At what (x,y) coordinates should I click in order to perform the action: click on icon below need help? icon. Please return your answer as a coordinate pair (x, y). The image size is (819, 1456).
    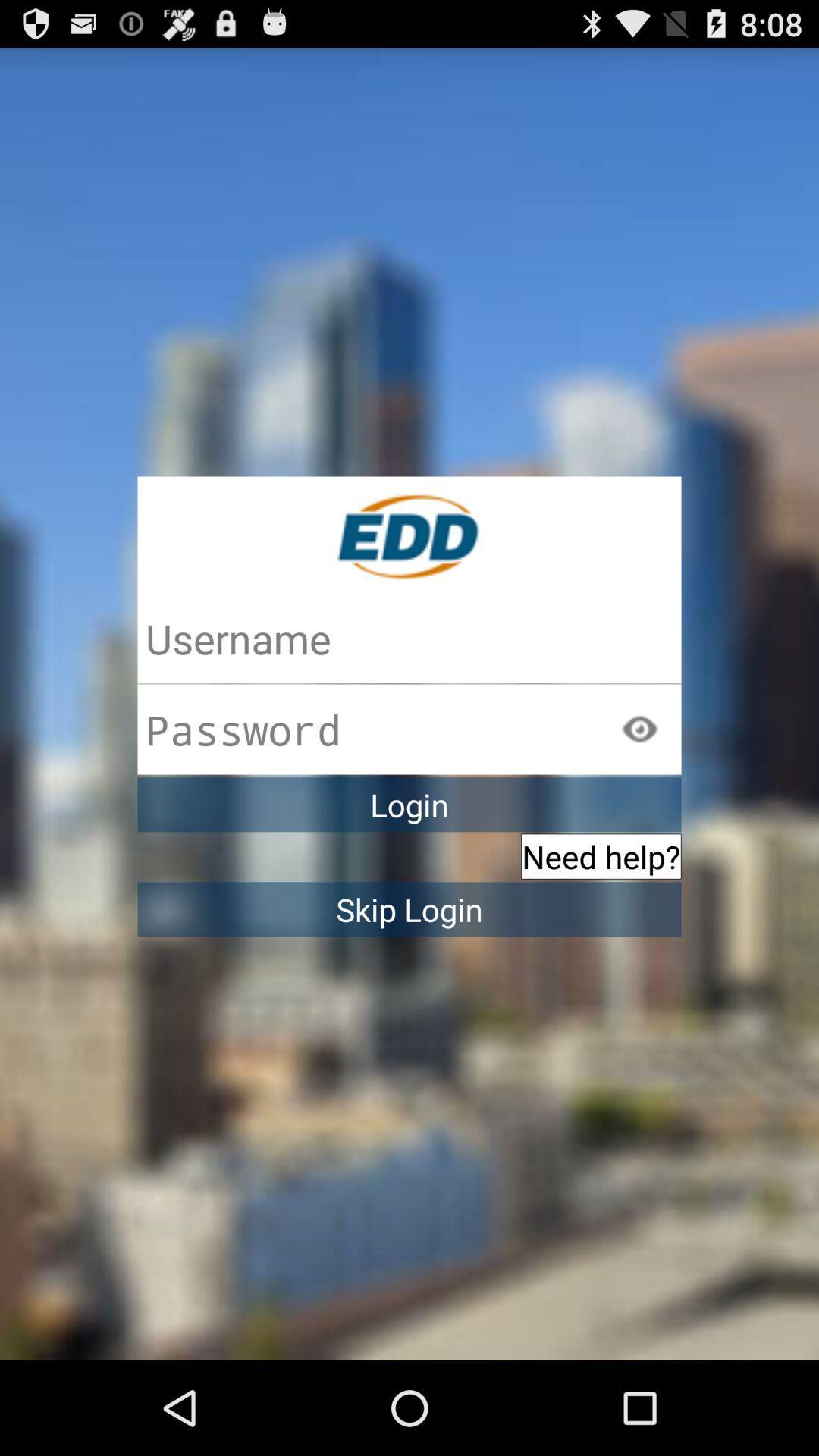
    Looking at the image, I should click on (409, 909).